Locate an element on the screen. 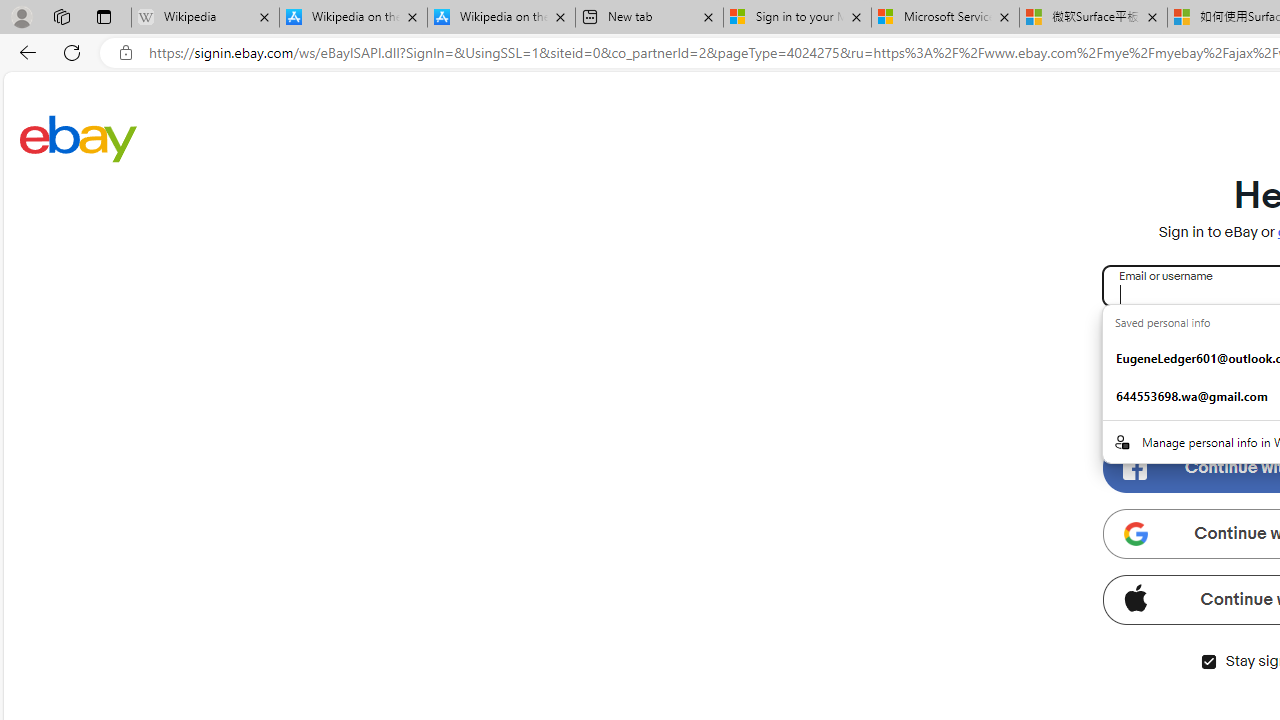 Image resolution: width=1280 pixels, height=720 pixels. 'Wikipedia - Sleeping' is located at coordinates (205, 17).